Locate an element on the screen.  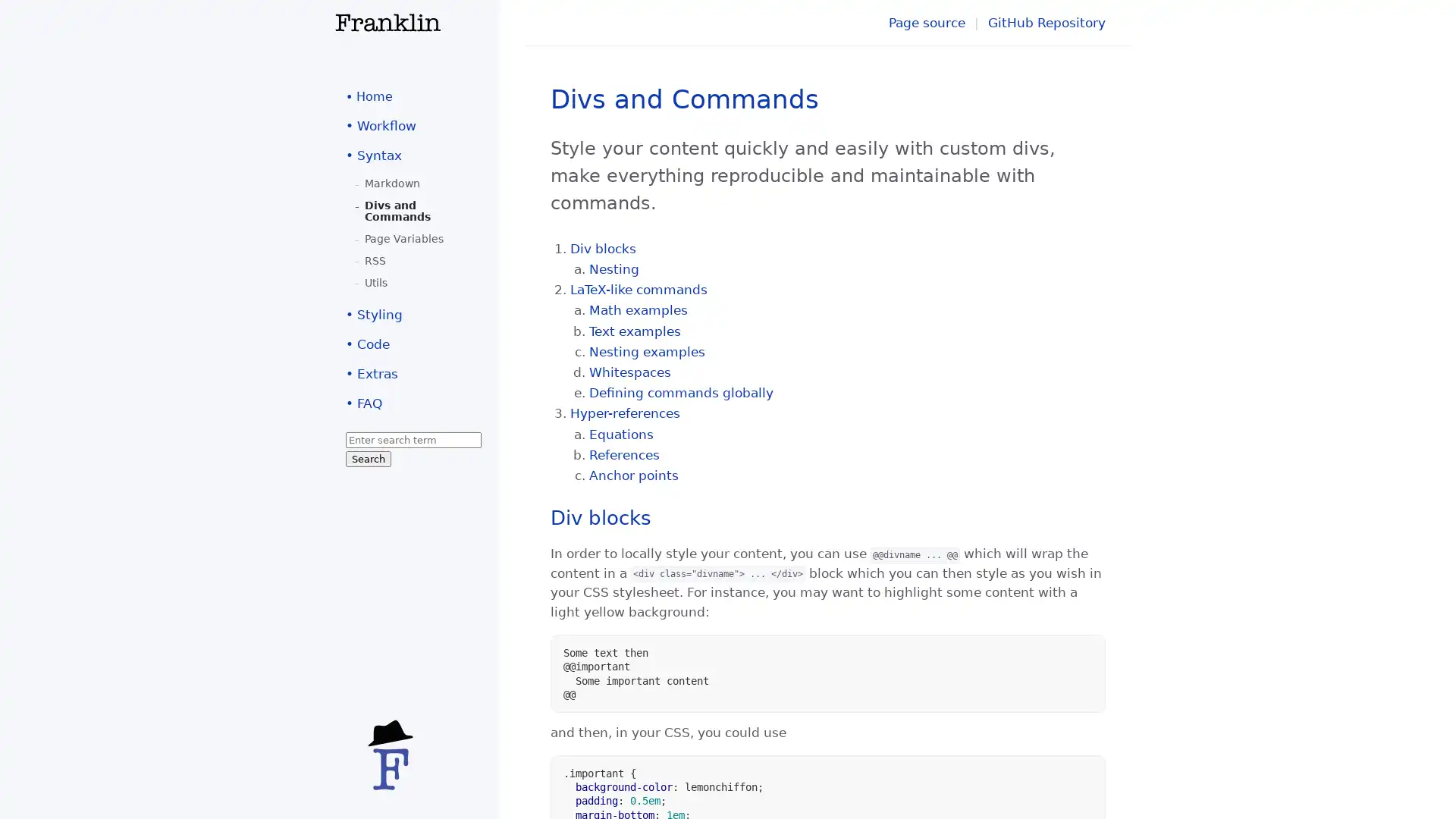
Search is located at coordinates (368, 458).